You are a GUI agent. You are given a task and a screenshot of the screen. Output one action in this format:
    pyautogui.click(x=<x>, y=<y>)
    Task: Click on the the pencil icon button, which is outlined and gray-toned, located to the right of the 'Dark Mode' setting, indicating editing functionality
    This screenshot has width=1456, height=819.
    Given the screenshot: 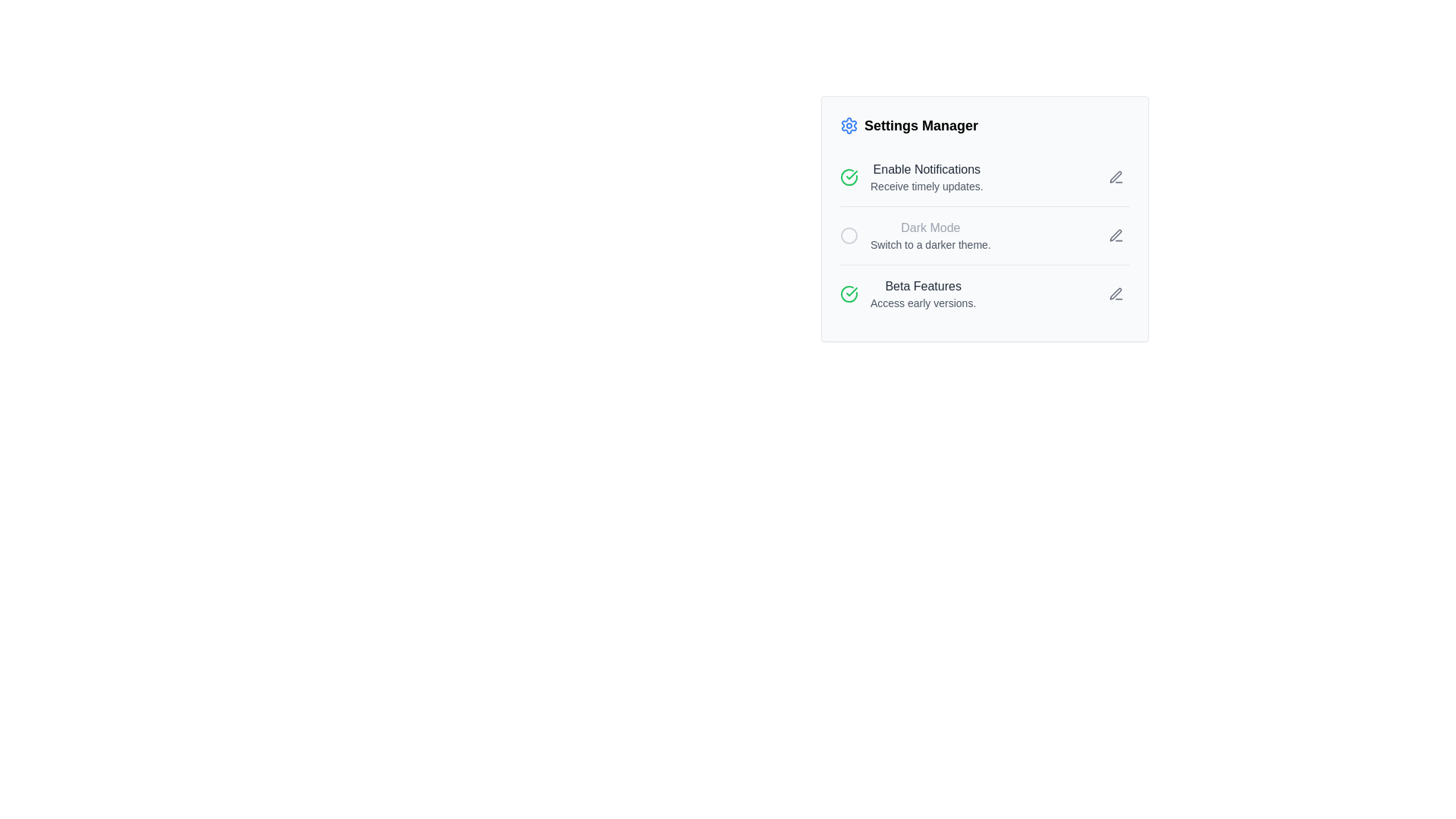 What is the action you would take?
    pyautogui.click(x=1116, y=236)
    